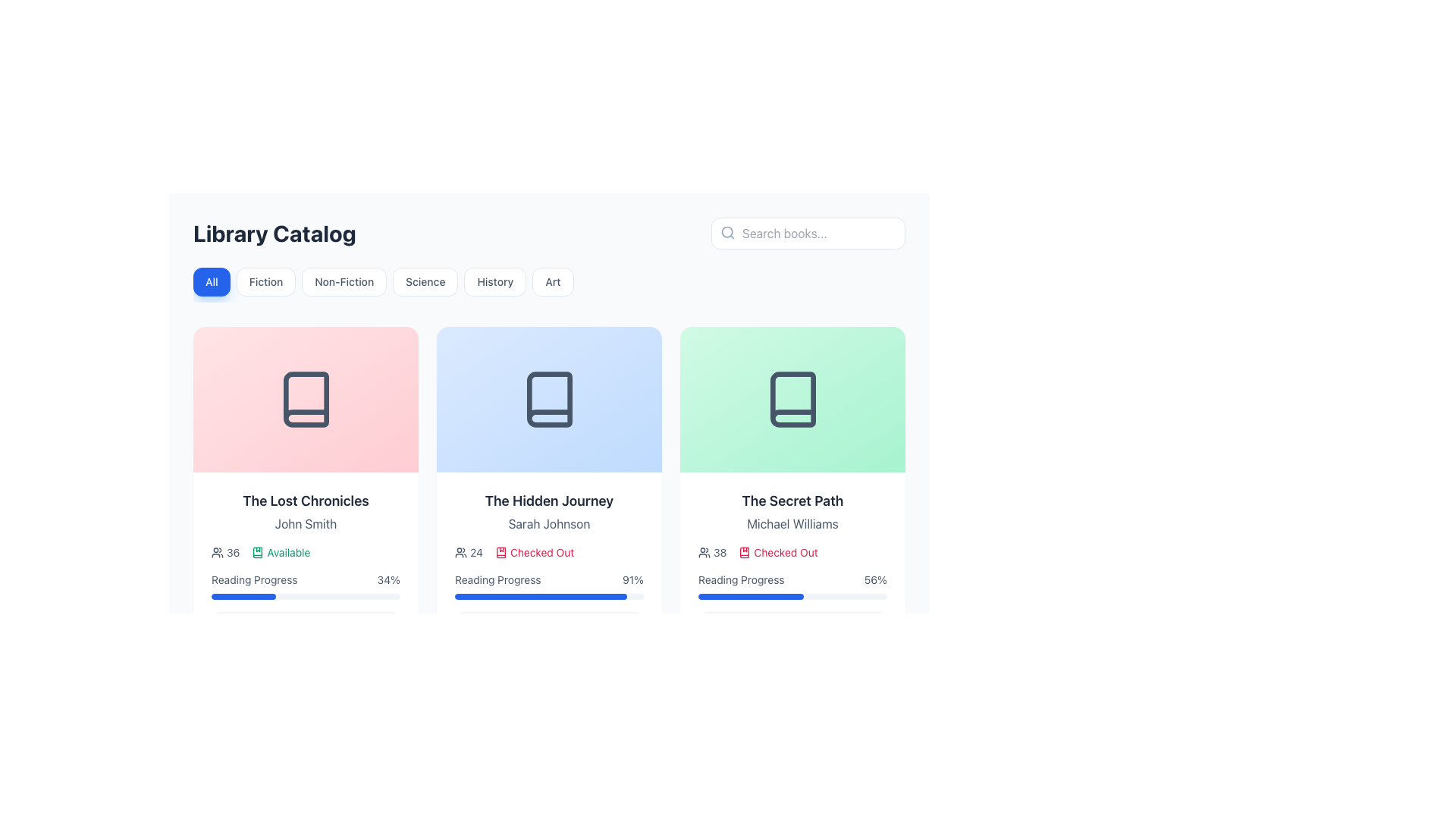 Image resolution: width=1456 pixels, height=819 pixels. Describe the element at coordinates (305, 585) in the screenshot. I see `the progress bar that displays 'Reading Progress' and '34%', located below the availability status and user count in the details of 'The Lost Chronicles'` at that location.